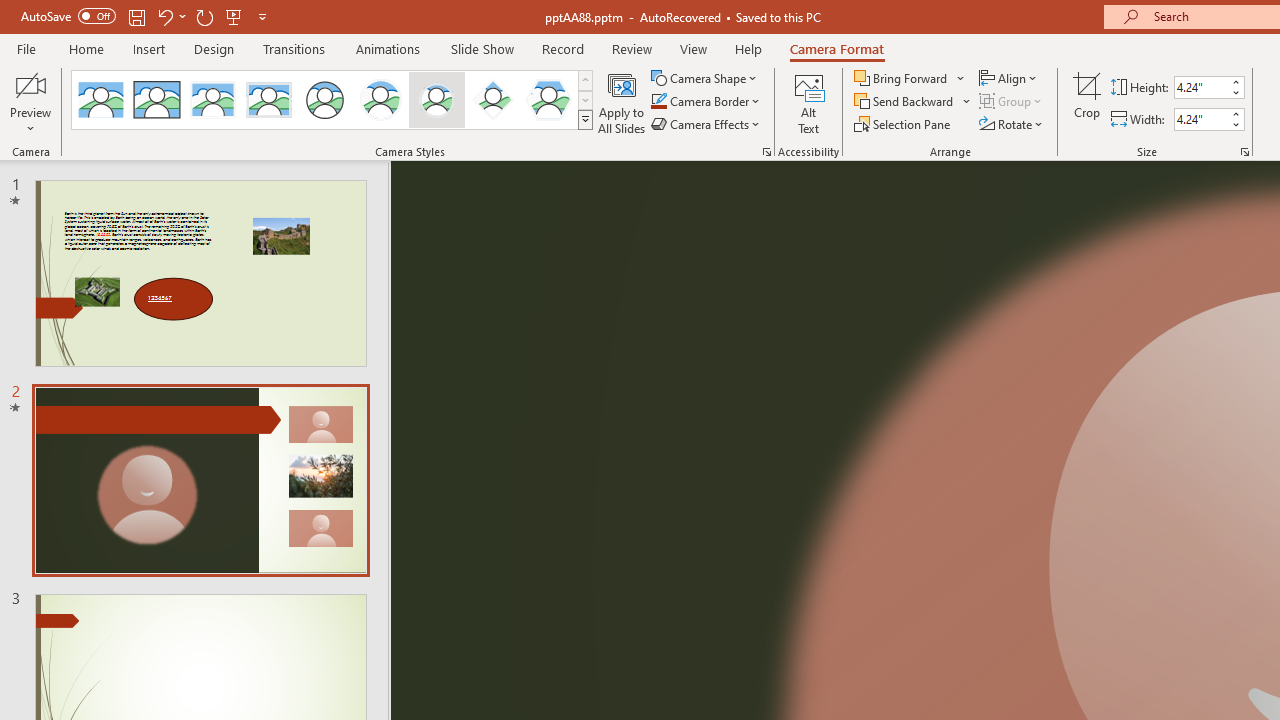 The image size is (1280, 720). Describe the element at coordinates (621, 103) in the screenshot. I see `'Apply to All Slides'` at that location.